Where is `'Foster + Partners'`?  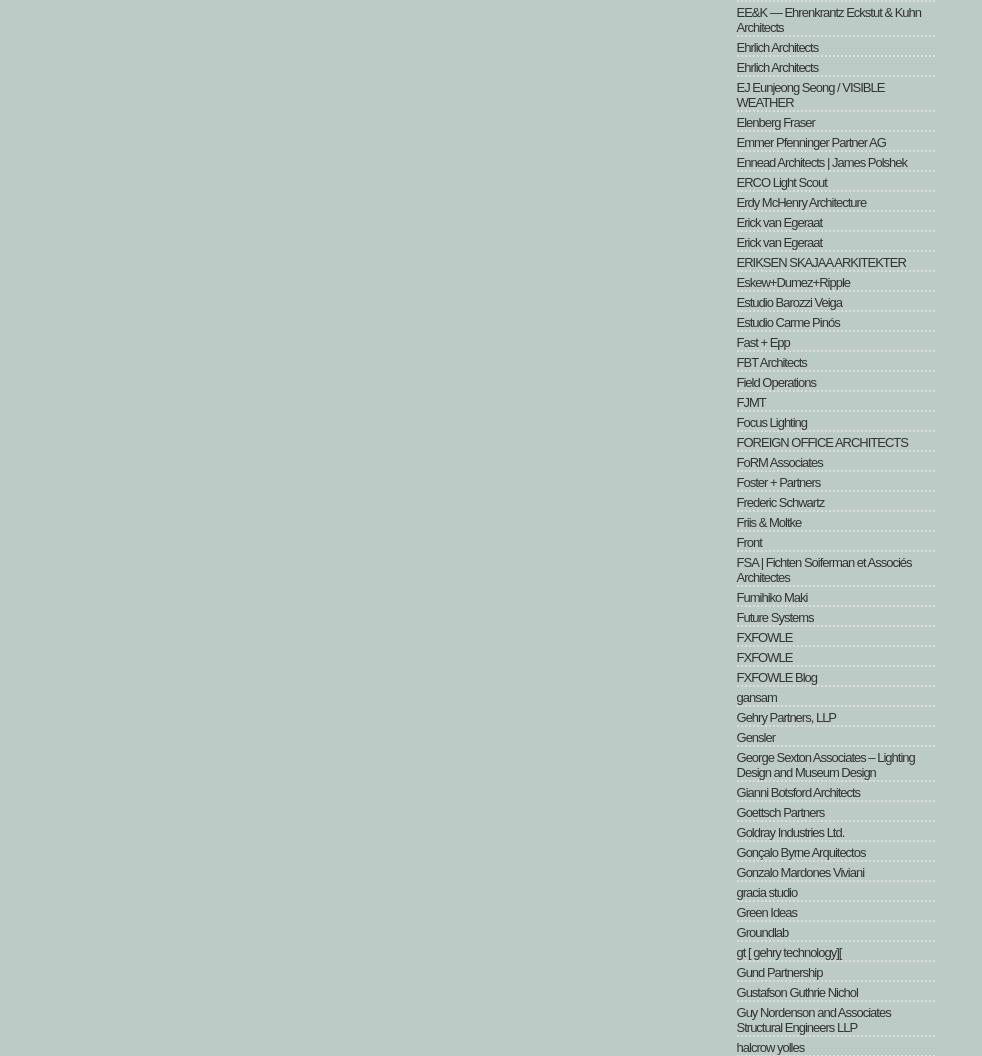
'Foster + Partners' is located at coordinates (778, 481).